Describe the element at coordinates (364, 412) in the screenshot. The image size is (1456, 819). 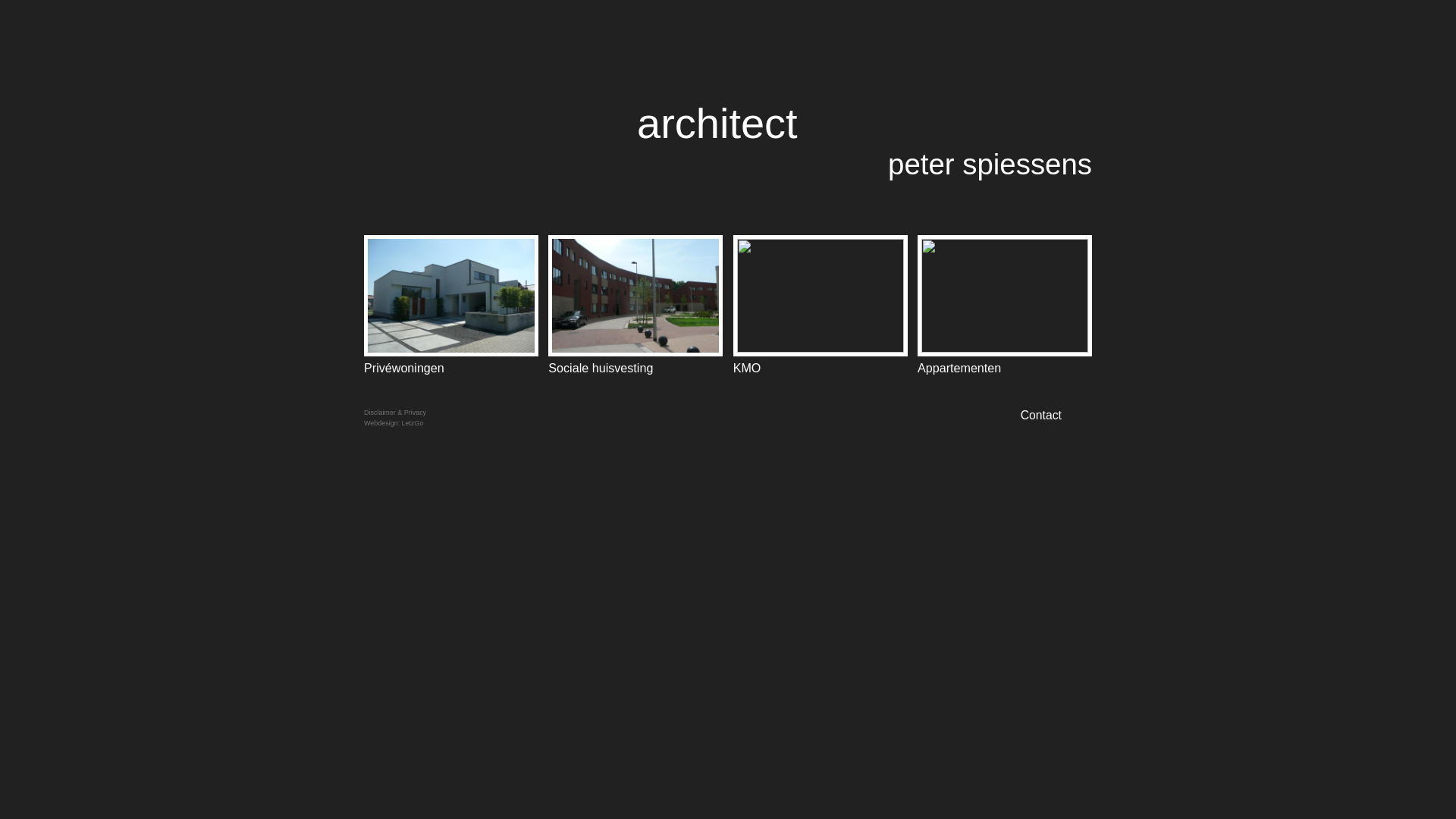
I see `'Disclaimer & Privacy'` at that location.